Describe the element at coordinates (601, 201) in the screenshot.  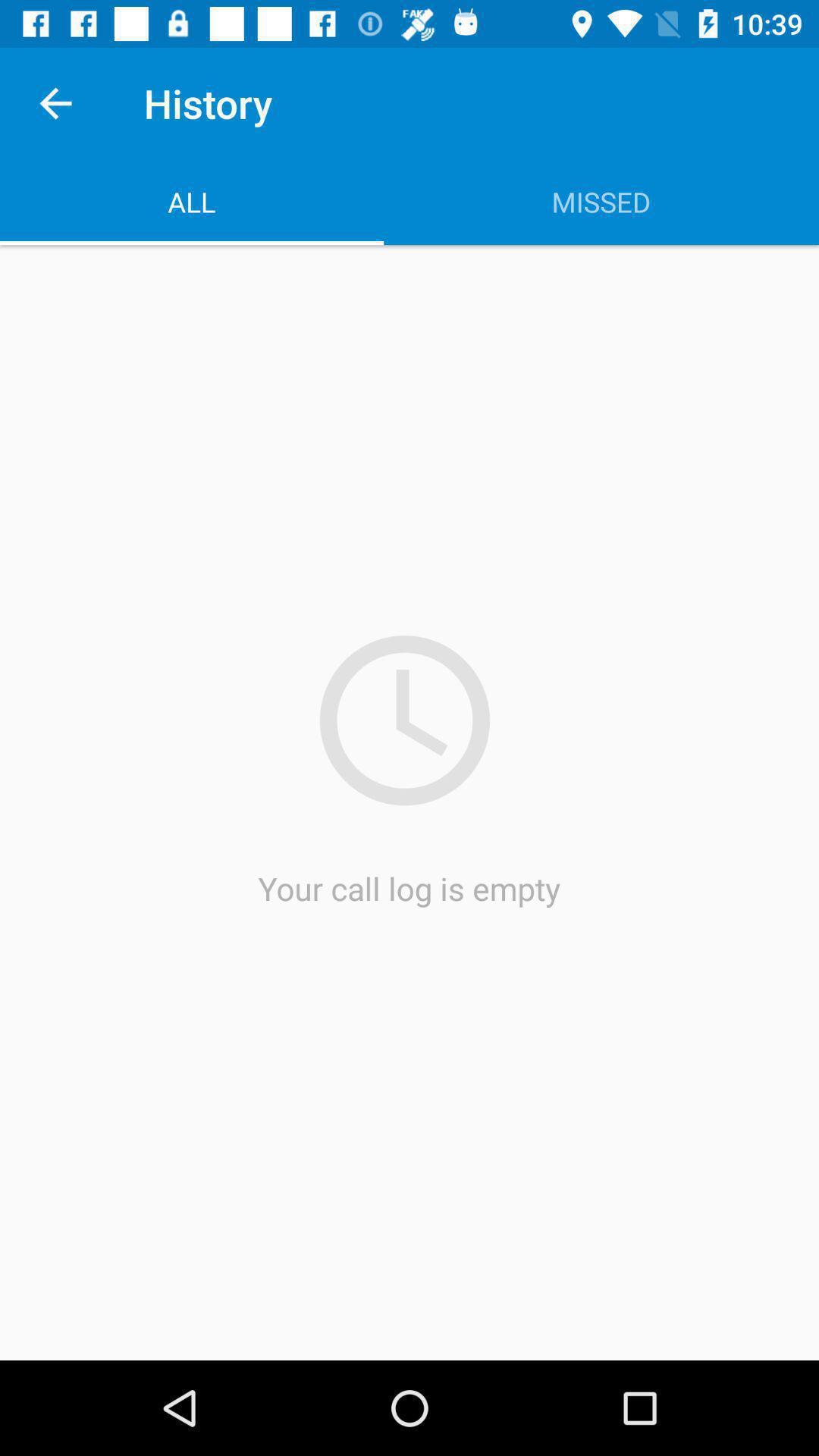
I see `the app next to all app` at that location.